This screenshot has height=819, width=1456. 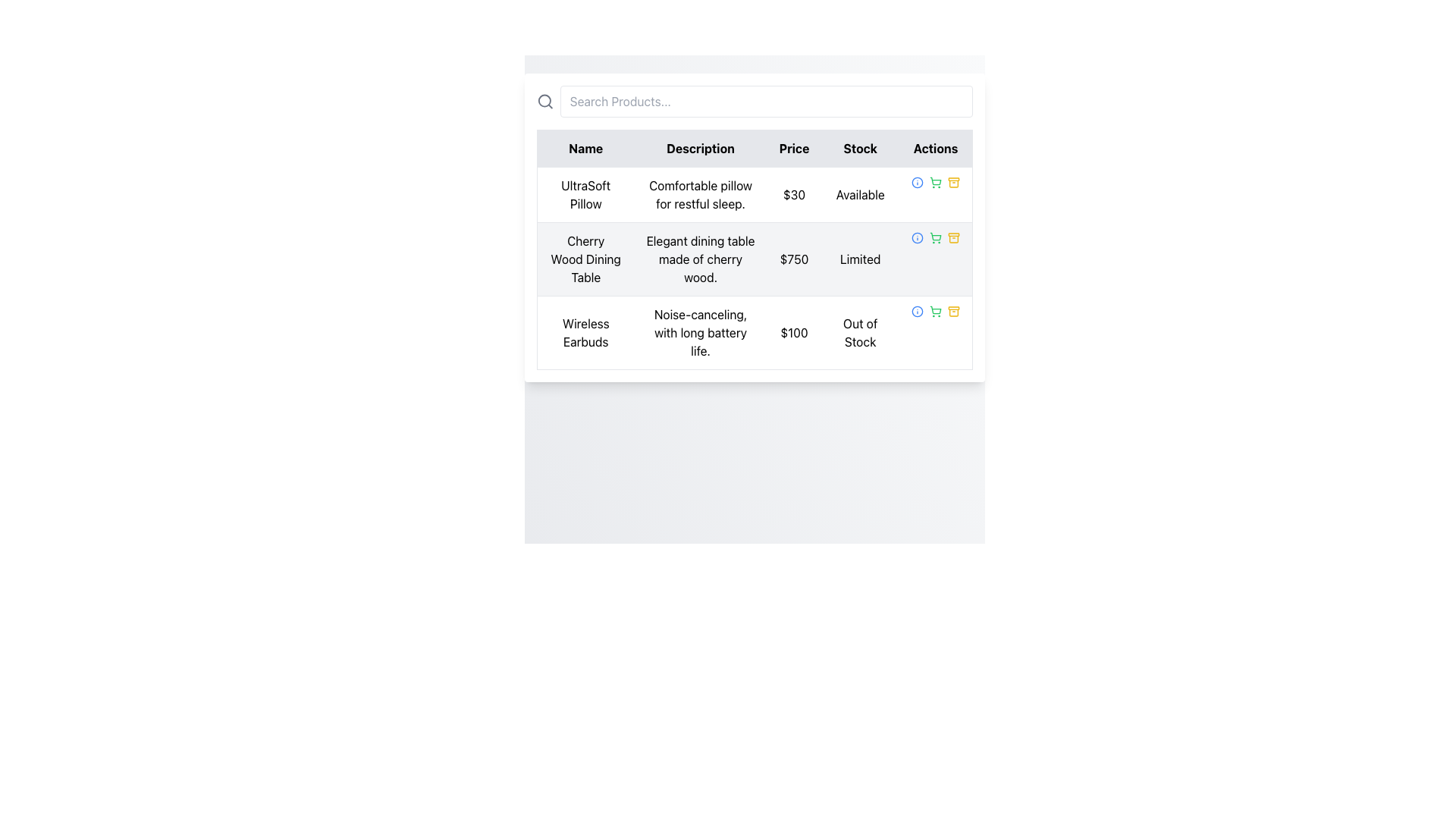 What do you see at coordinates (585, 194) in the screenshot?
I see `the Text Label displaying 'UltraSoft Pillow' in the first row of the product table under the 'Name' column` at bounding box center [585, 194].